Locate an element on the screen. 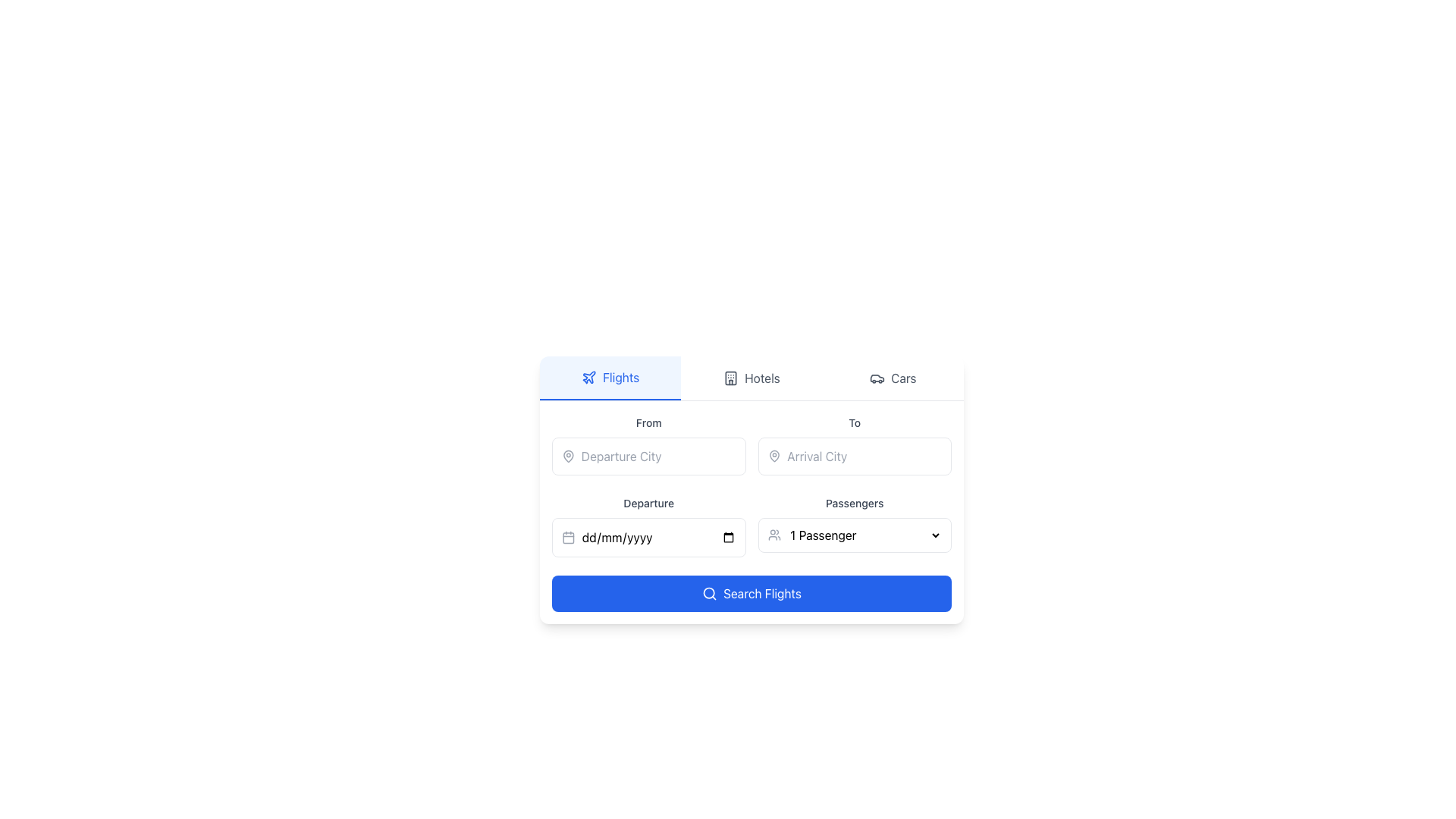 The width and height of the screenshot is (1456, 819). the 'Hotels' button, which is the second option in a row of three buttons, to select the hotels section of the application is located at coordinates (752, 377).